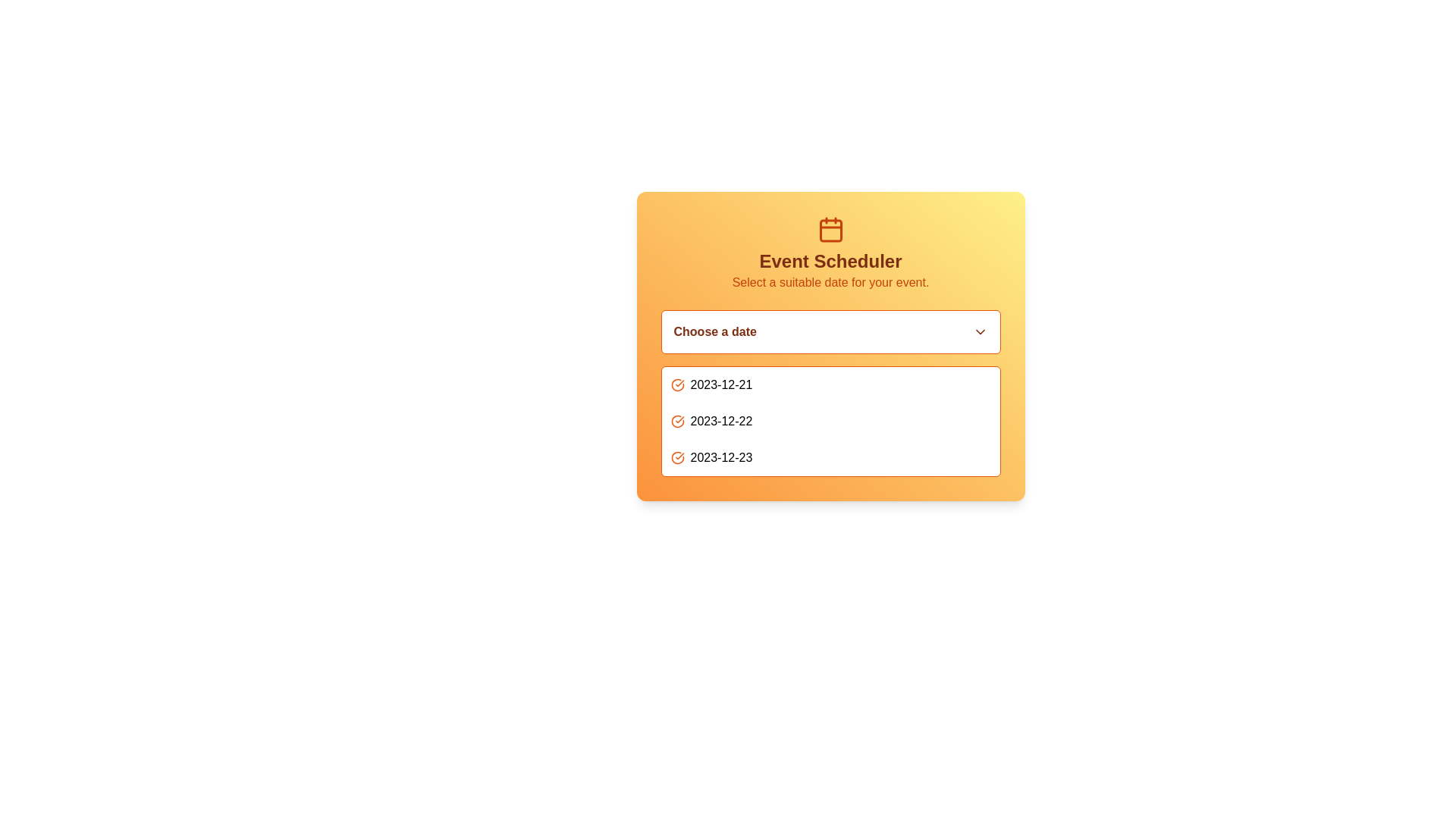  What do you see at coordinates (830, 260) in the screenshot?
I see `the 'Event Scheduler' header text, which is styled in a bold 2XL font size with an orange-brown color, prominently positioned at the top of an orange gradient card` at bounding box center [830, 260].